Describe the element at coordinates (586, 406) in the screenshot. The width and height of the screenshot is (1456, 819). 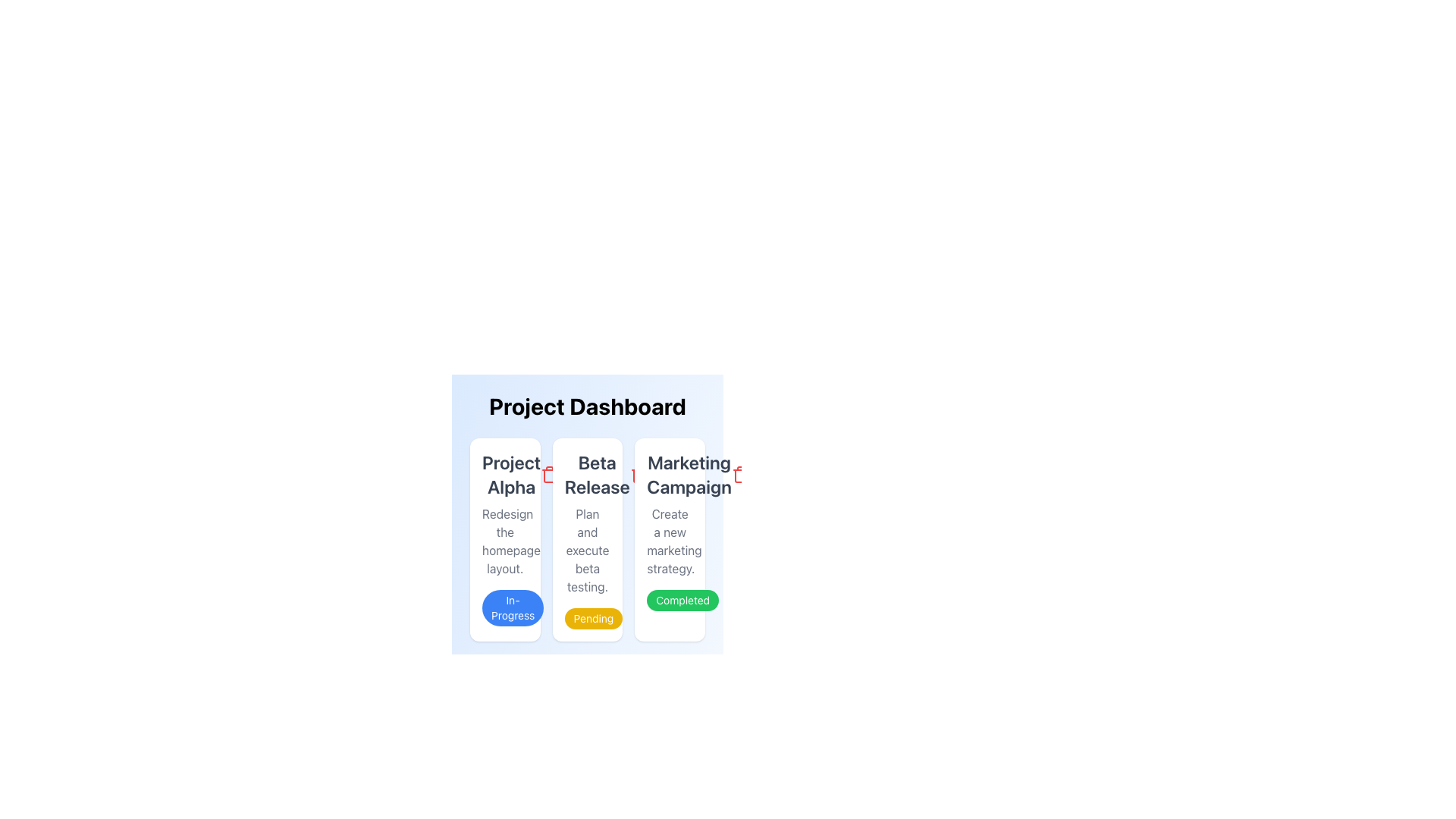
I see `the large, bold, centered text element that reads 'Project Dashboard', which is prominently displayed at the top of the section containing project cards` at that location.